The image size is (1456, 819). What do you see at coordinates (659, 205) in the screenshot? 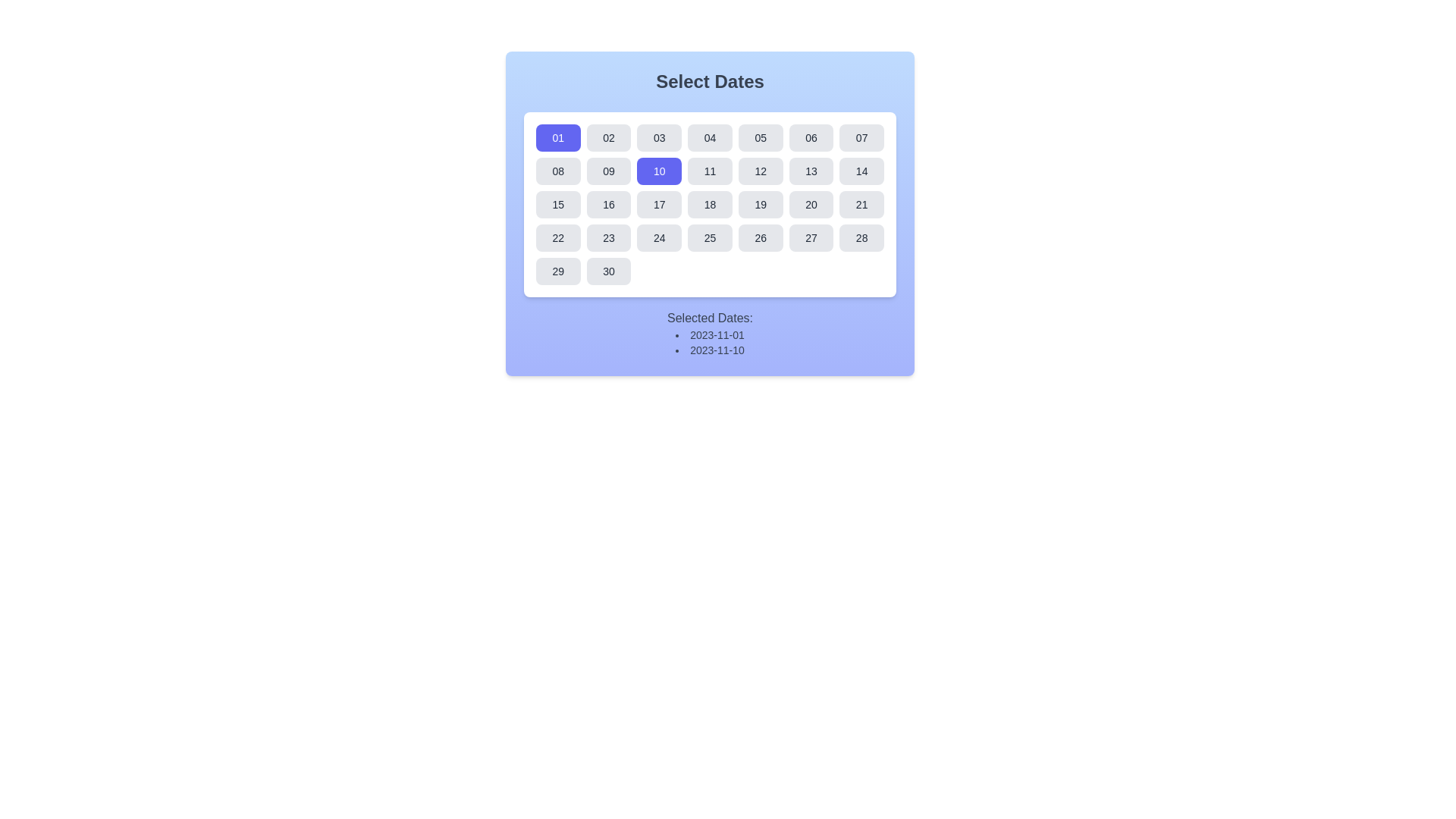
I see `the button displaying the text '17', which has a light gray background and dark gray text, located in the third row and third column of a grid-based layout` at bounding box center [659, 205].